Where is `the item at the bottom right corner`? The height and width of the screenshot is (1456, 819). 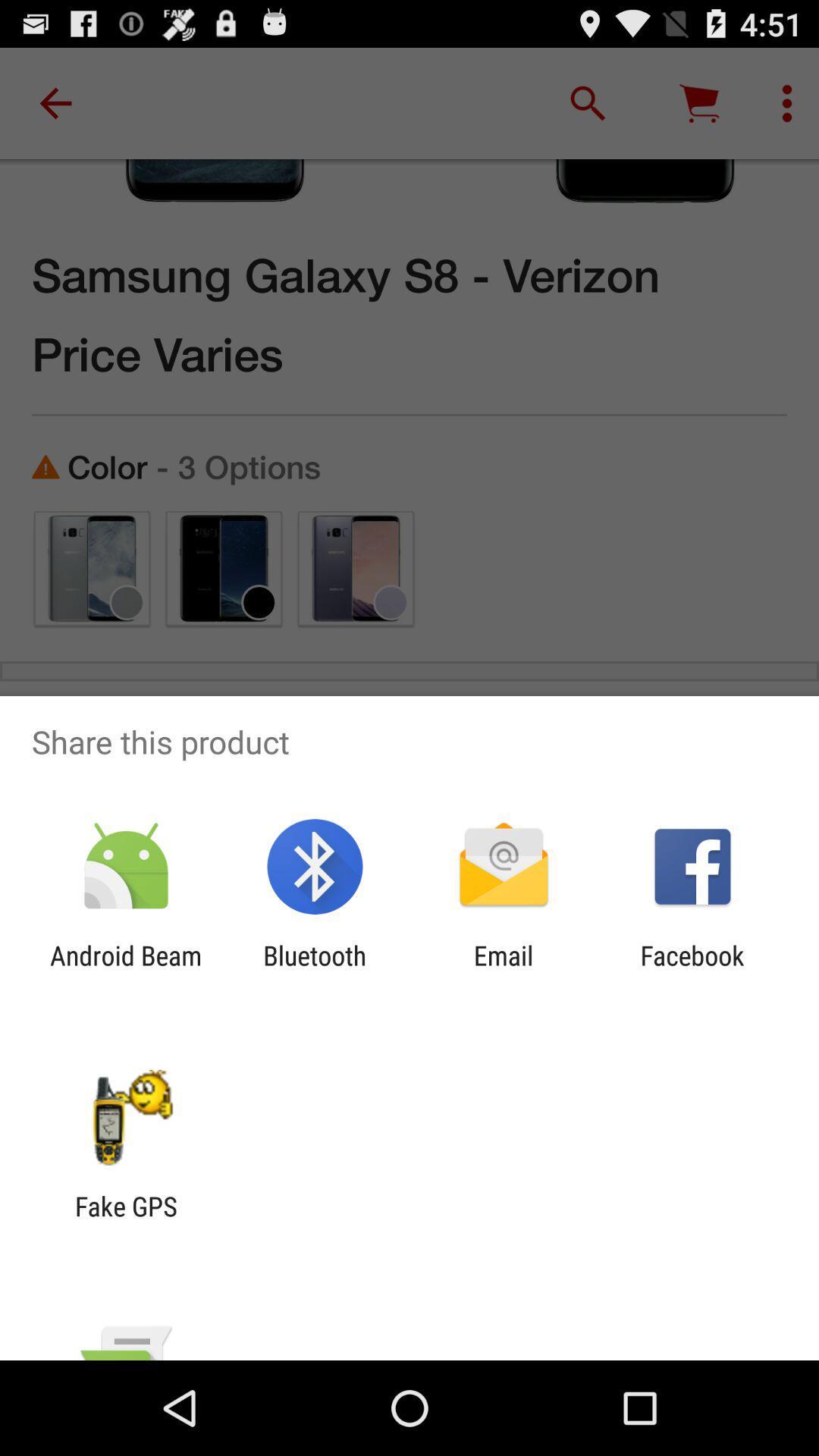 the item at the bottom right corner is located at coordinates (692, 971).